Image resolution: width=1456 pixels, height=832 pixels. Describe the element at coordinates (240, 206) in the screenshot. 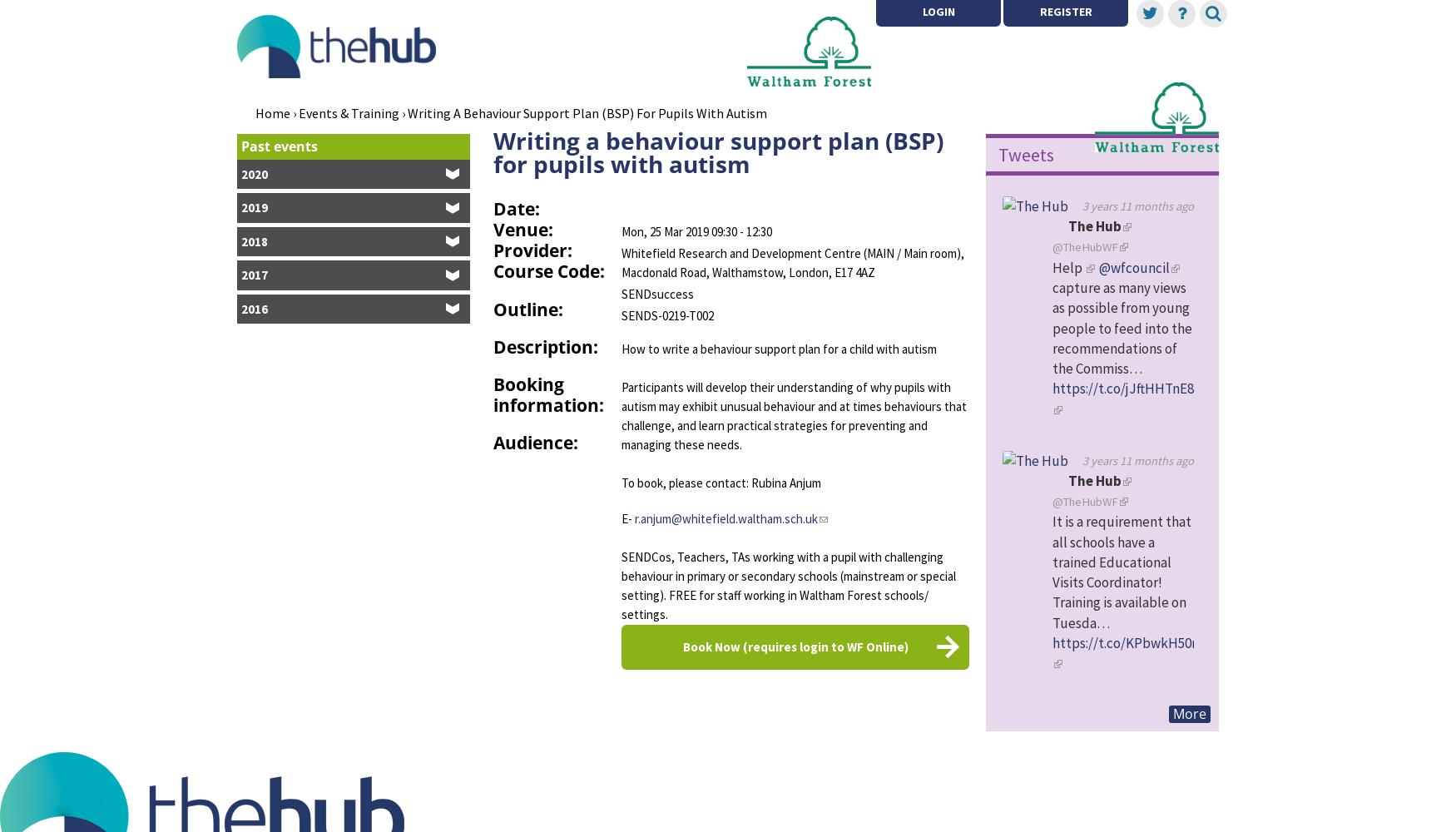

I see `'2019'` at that location.